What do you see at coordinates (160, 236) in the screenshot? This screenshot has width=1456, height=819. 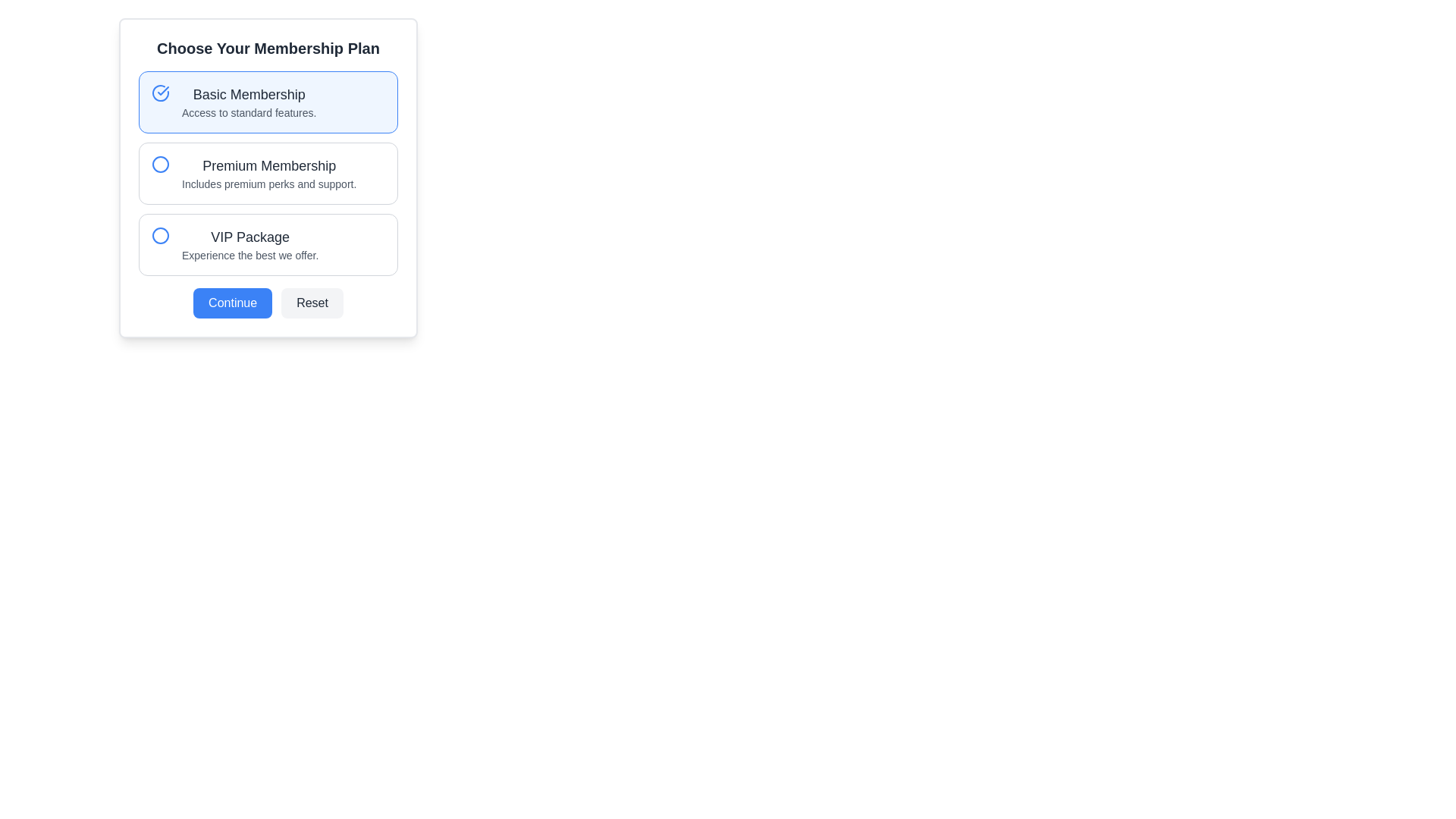 I see `the selectable radio button or circular icon indicating the 'VIP Package' membership option` at bounding box center [160, 236].